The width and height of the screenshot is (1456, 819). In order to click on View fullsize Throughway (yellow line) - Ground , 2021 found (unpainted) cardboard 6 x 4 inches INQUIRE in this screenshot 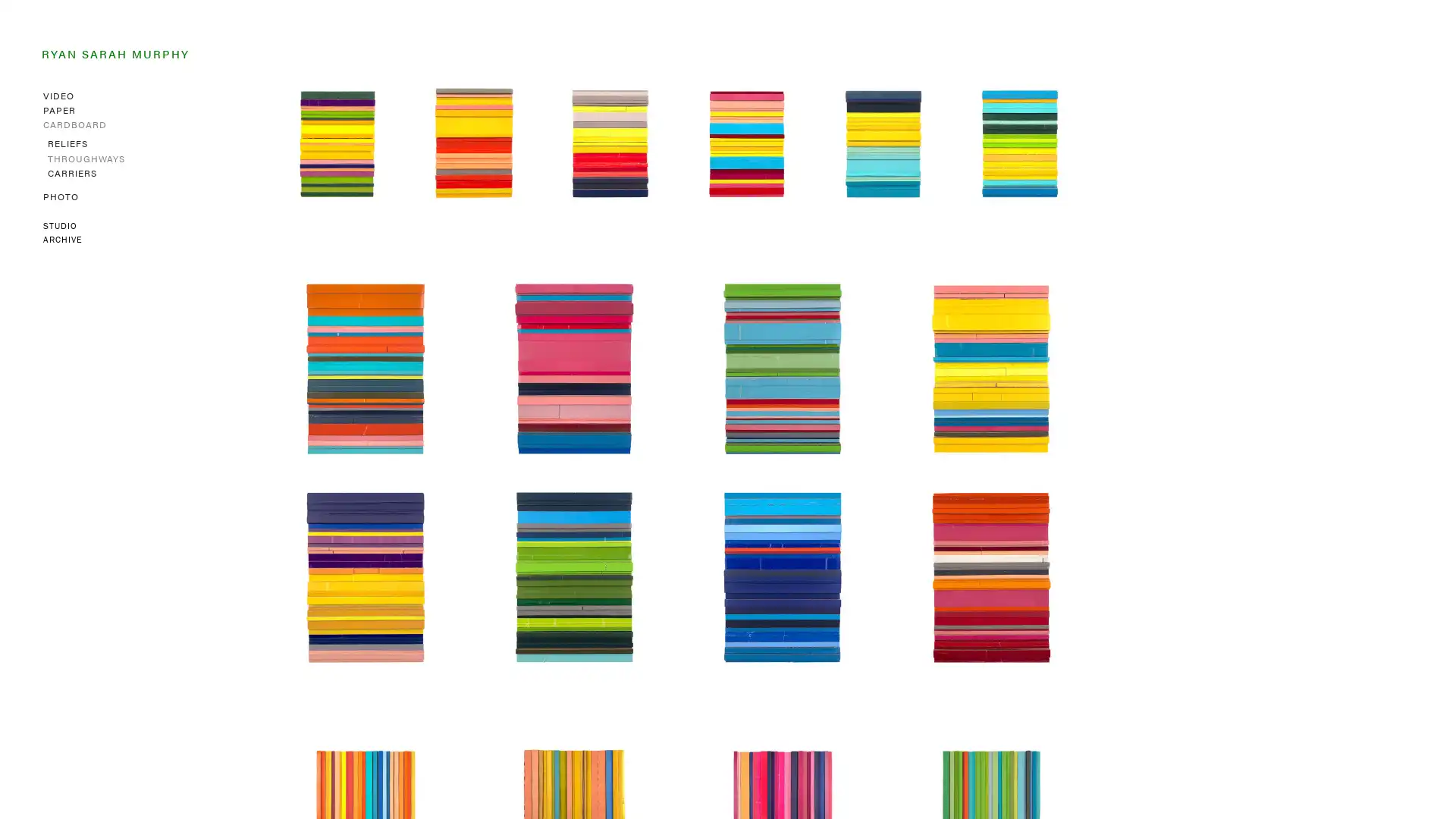, I will do `click(337, 143)`.